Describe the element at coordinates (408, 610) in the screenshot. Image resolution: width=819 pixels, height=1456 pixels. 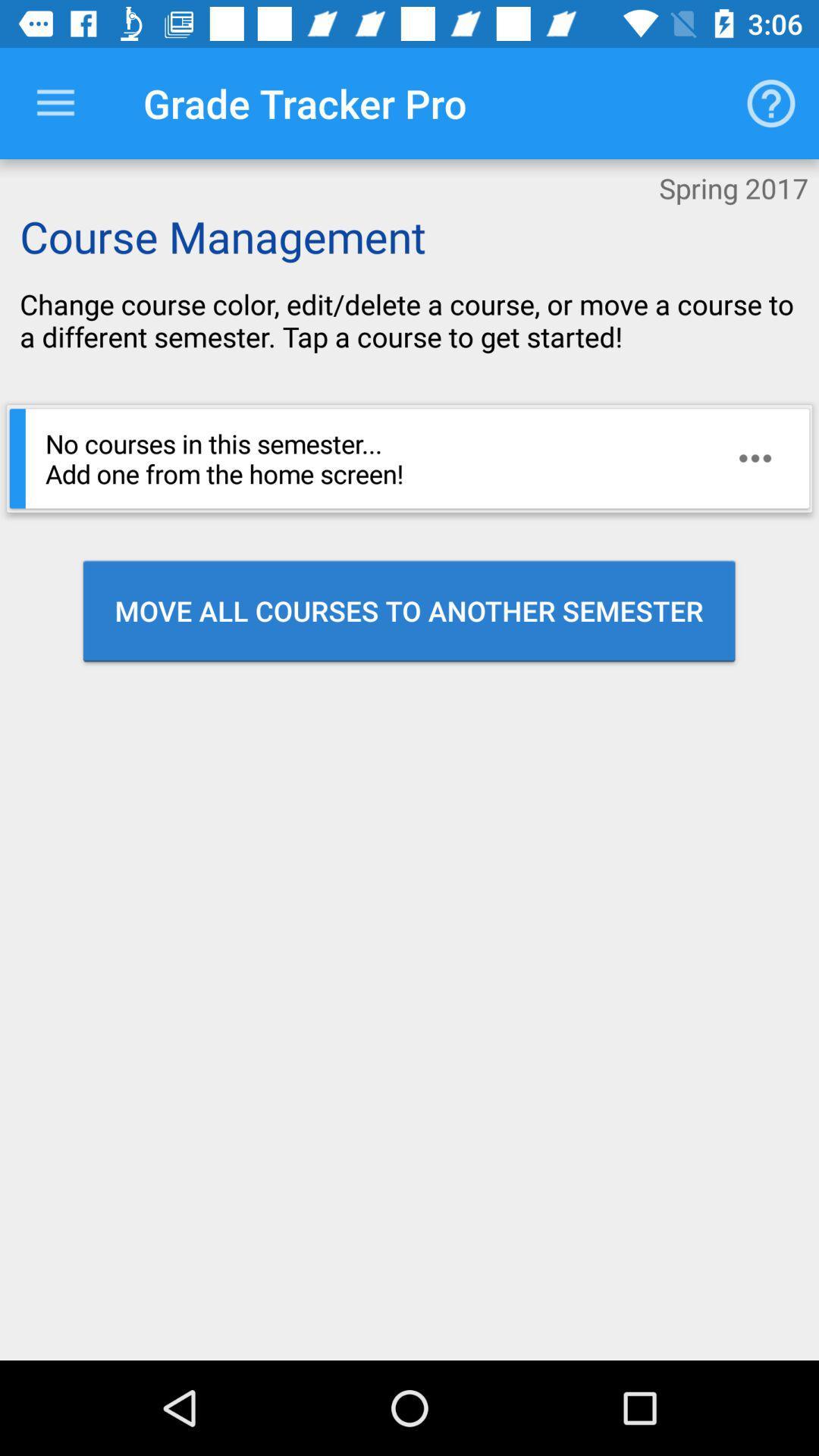
I see `move all courses` at that location.